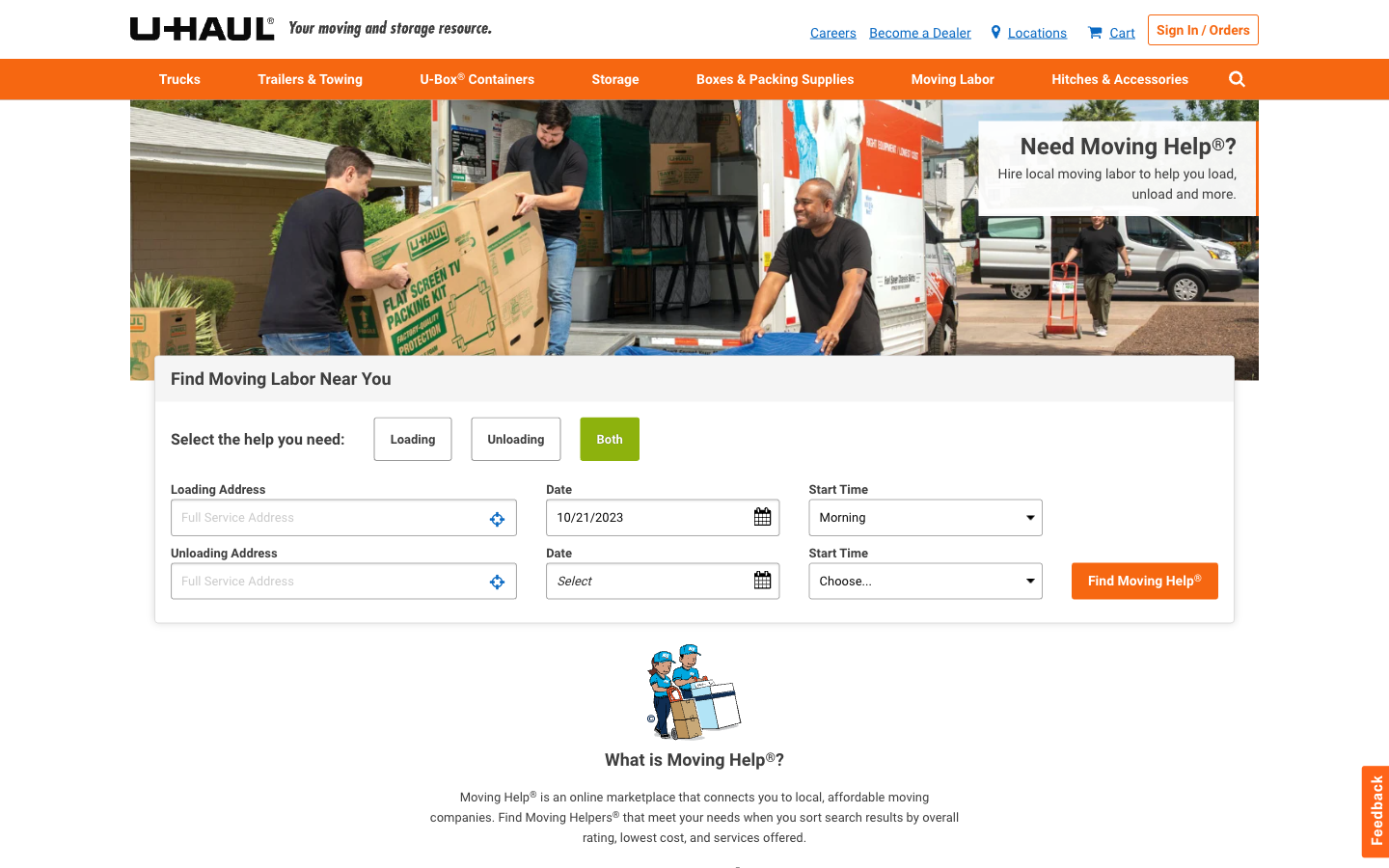 The image size is (1389, 868). Describe the element at coordinates (1085, 176) in the screenshot. I see `Require assistance with local move` at that location.